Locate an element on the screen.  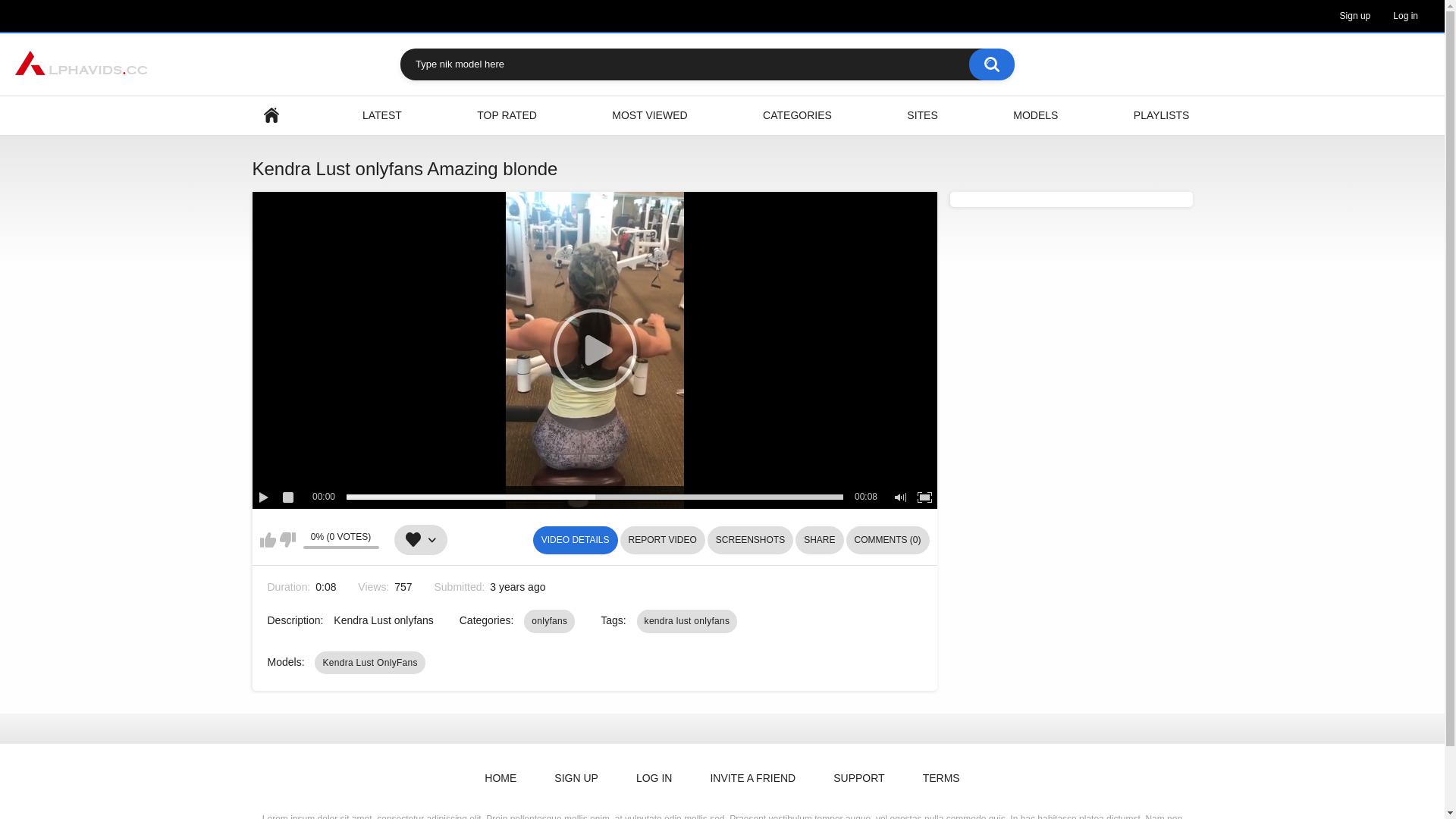
'PLAYLISTS' is located at coordinates (1160, 115).